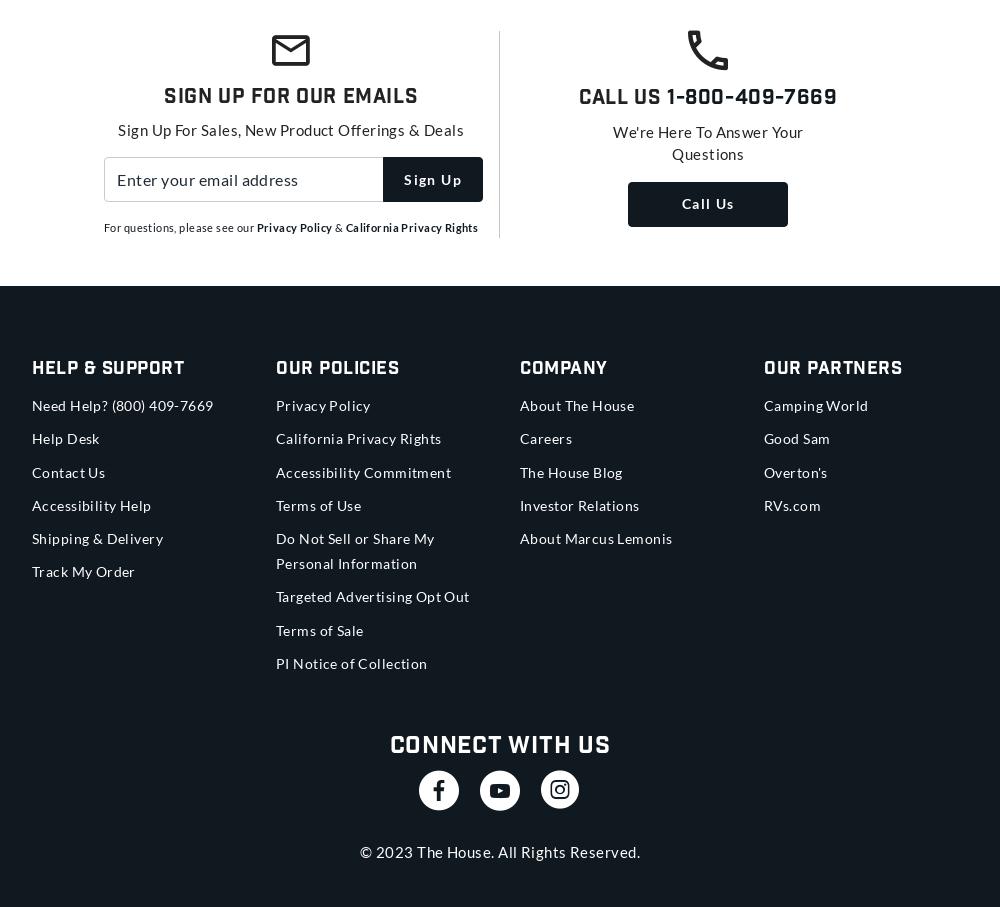  What do you see at coordinates (32, 368) in the screenshot?
I see `'Help & Support'` at bounding box center [32, 368].